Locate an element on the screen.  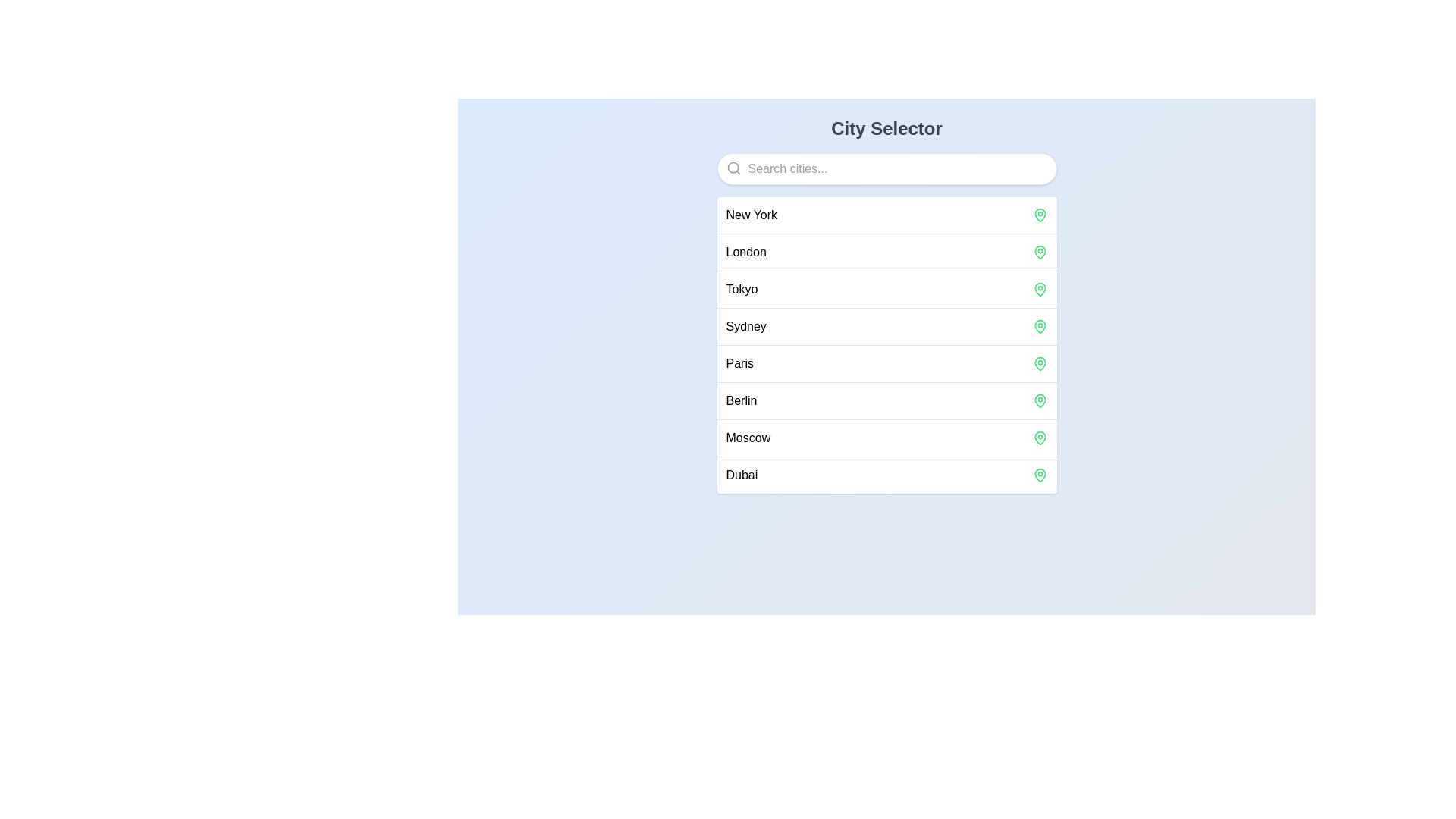
the 'New York' text label, which is the first item in a list of city names is located at coordinates (752, 215).